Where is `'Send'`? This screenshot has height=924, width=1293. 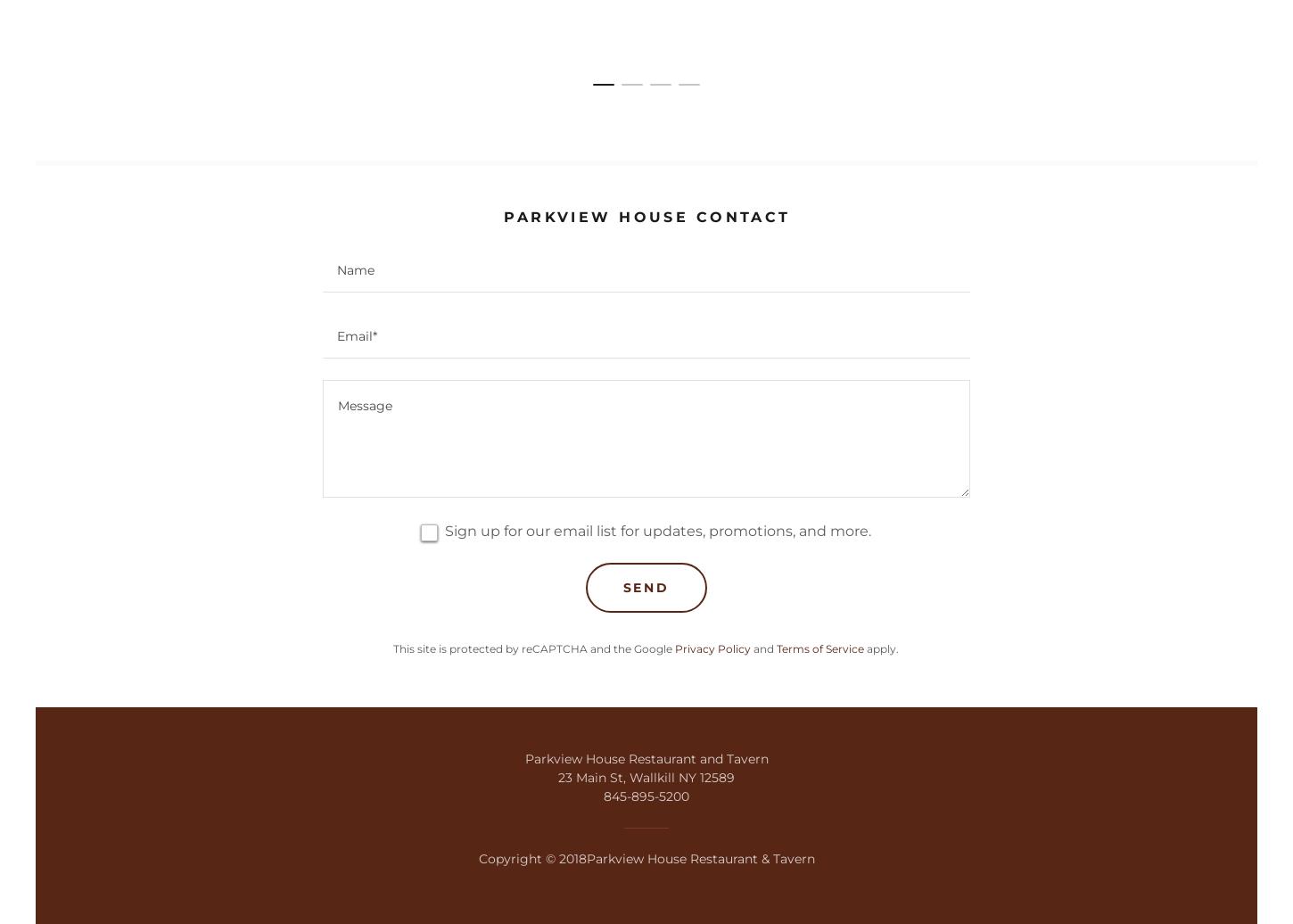 'Send' is located at coordinates (645, 586).